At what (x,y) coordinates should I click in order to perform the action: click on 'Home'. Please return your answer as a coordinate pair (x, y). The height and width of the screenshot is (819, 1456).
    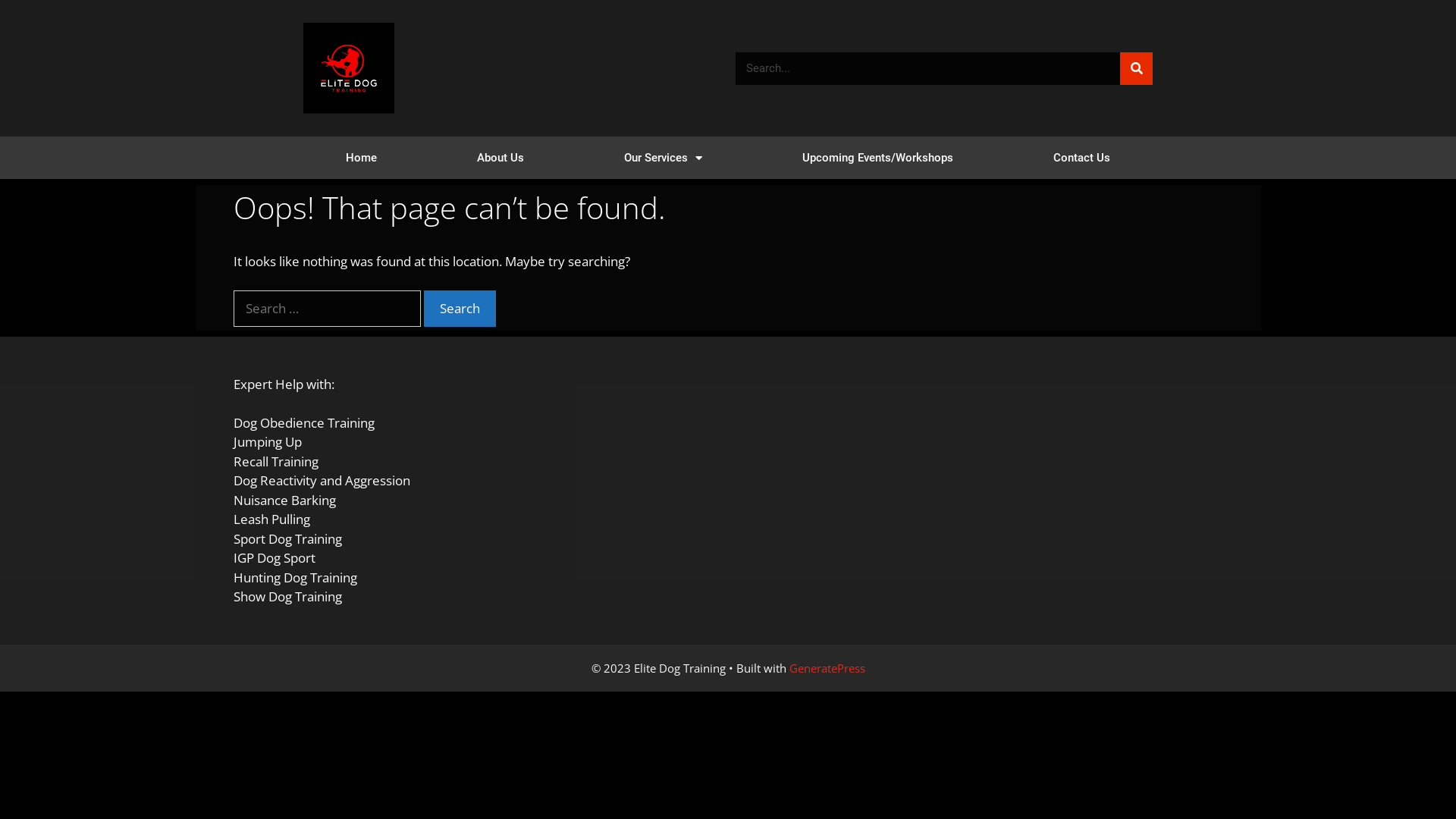
    Looking at the image, I should click on (295, 158).